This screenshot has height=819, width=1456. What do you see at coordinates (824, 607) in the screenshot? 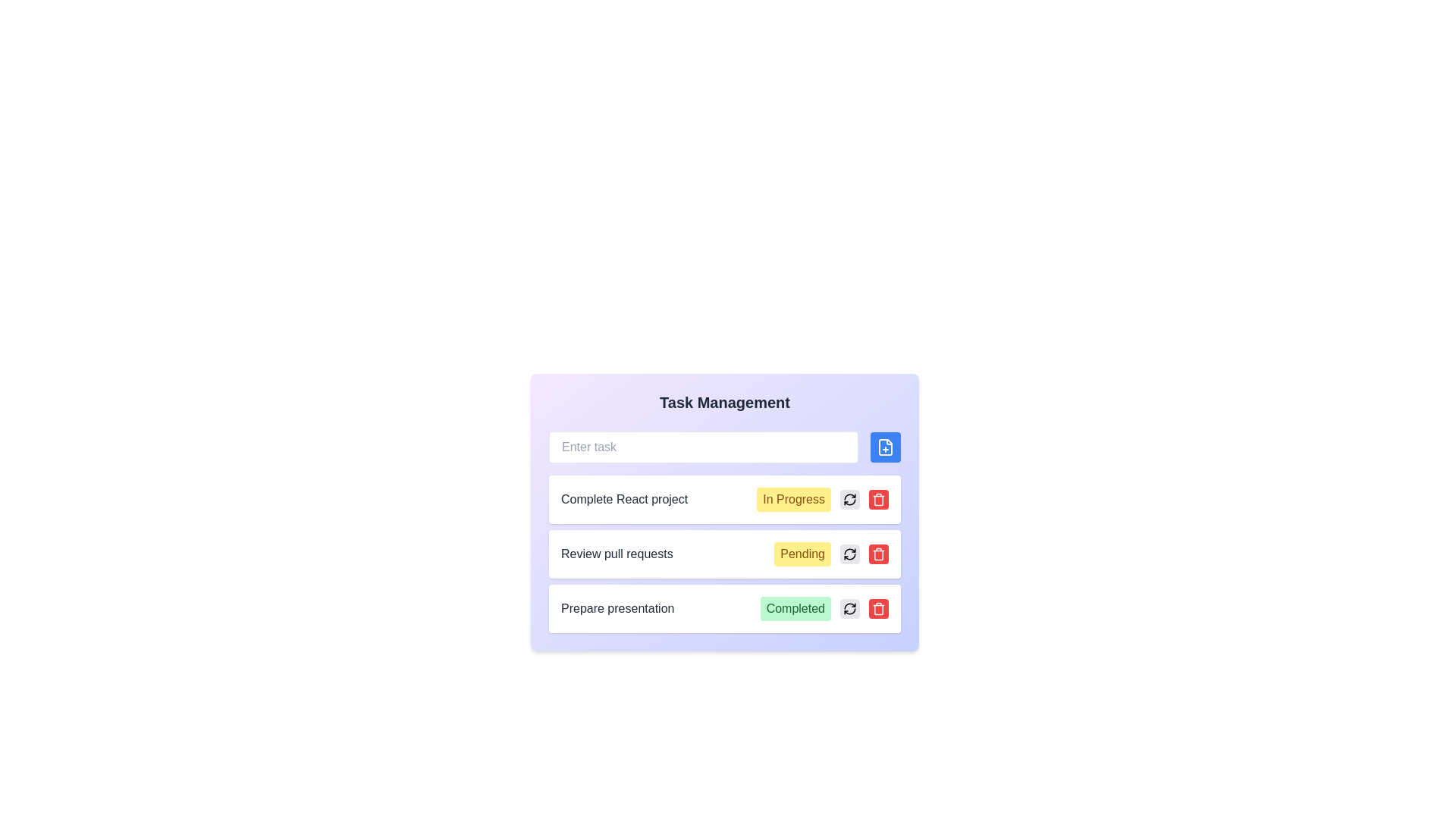
I see `the completion status label that indicates the task 'Prepare presentation', located on the right side of its row, to the left of the gray refresh button and red trash button` at bounding box center [824, 607].